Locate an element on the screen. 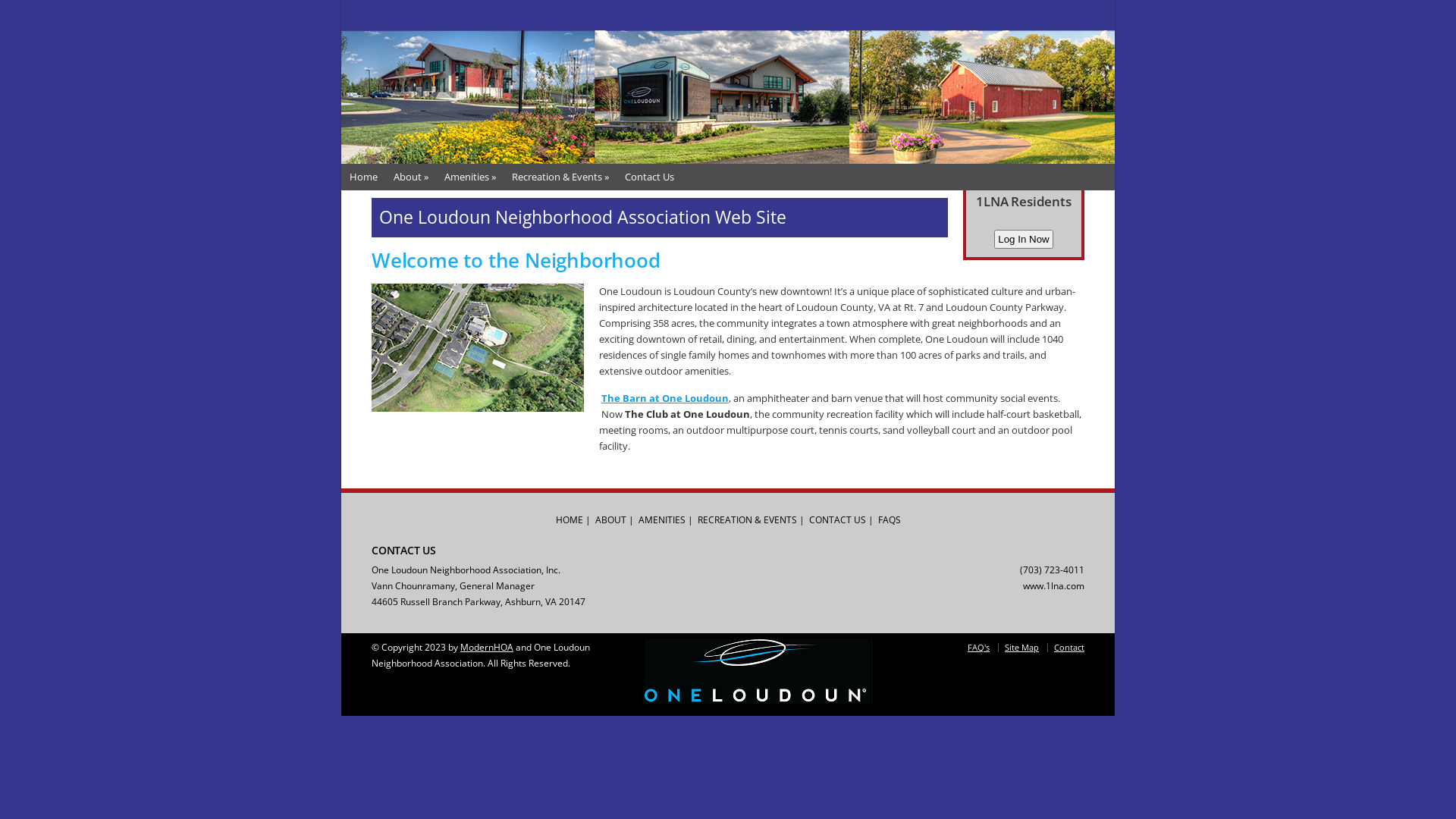 This screenshot has width=1456, height=819. 'RECREATION & EVENTS' is located at coordinates (747, 519).